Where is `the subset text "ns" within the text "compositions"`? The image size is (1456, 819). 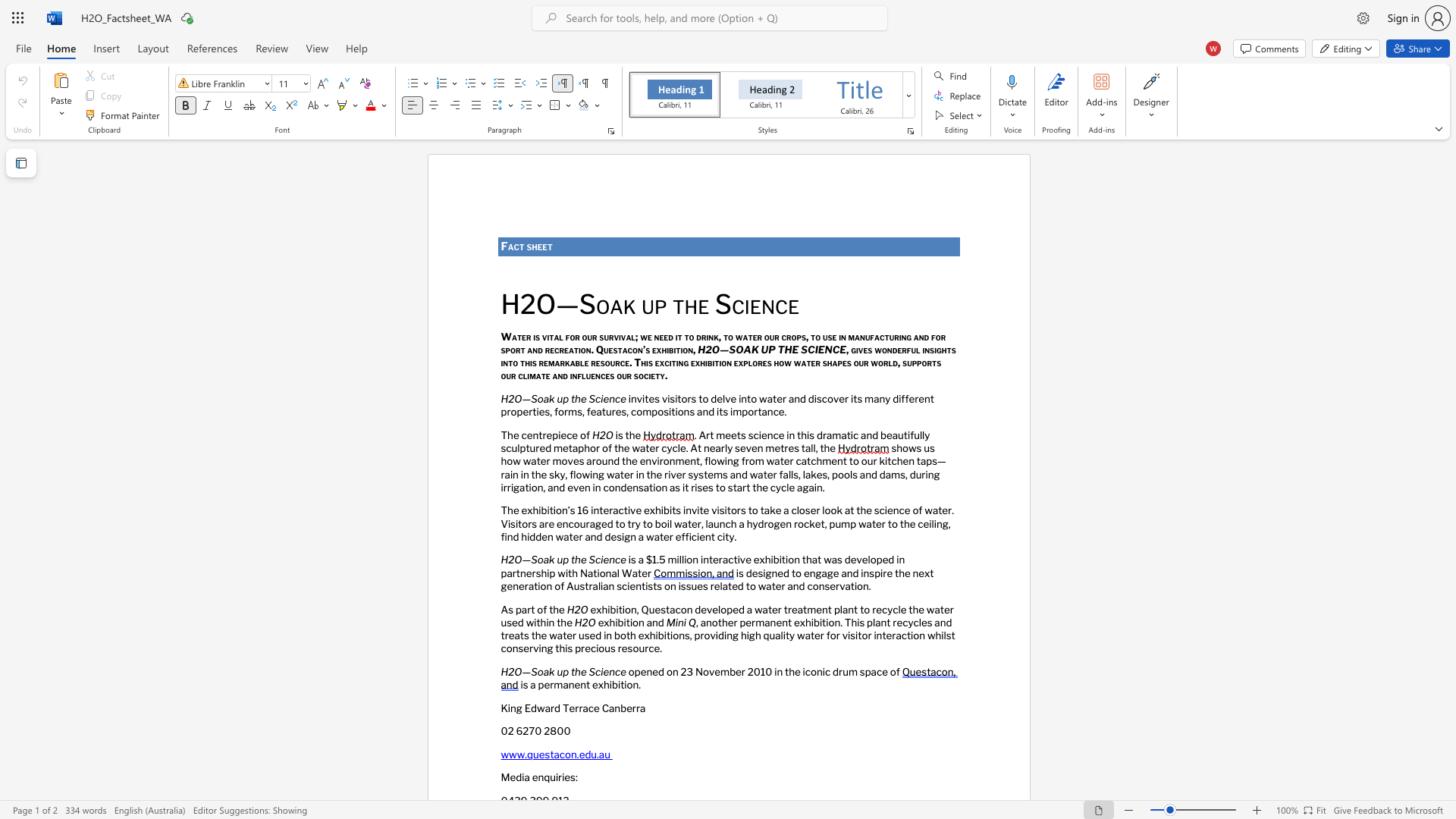
the subset text "ns" within the text "compositions" is located at coordinates (682, 412).